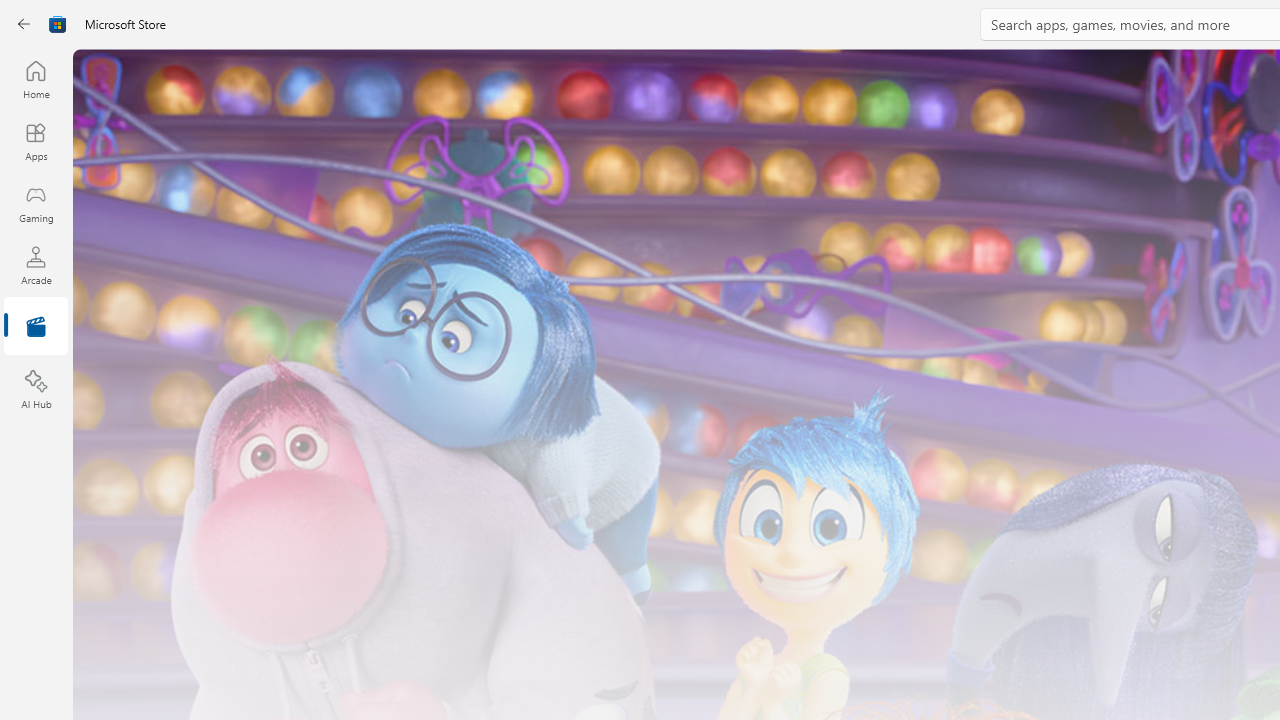  I want to click on 'Entertainment', so click(35, 326).